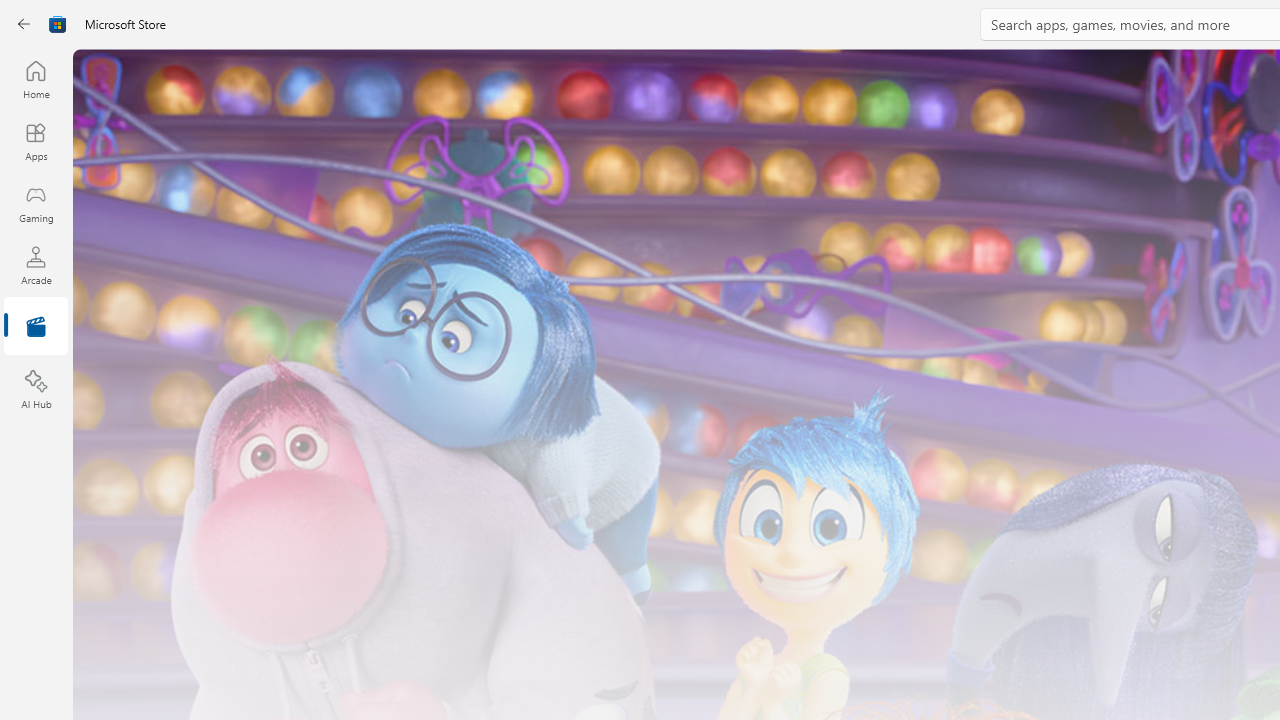  I want to click on 'Entertainment', so click(35, 326).